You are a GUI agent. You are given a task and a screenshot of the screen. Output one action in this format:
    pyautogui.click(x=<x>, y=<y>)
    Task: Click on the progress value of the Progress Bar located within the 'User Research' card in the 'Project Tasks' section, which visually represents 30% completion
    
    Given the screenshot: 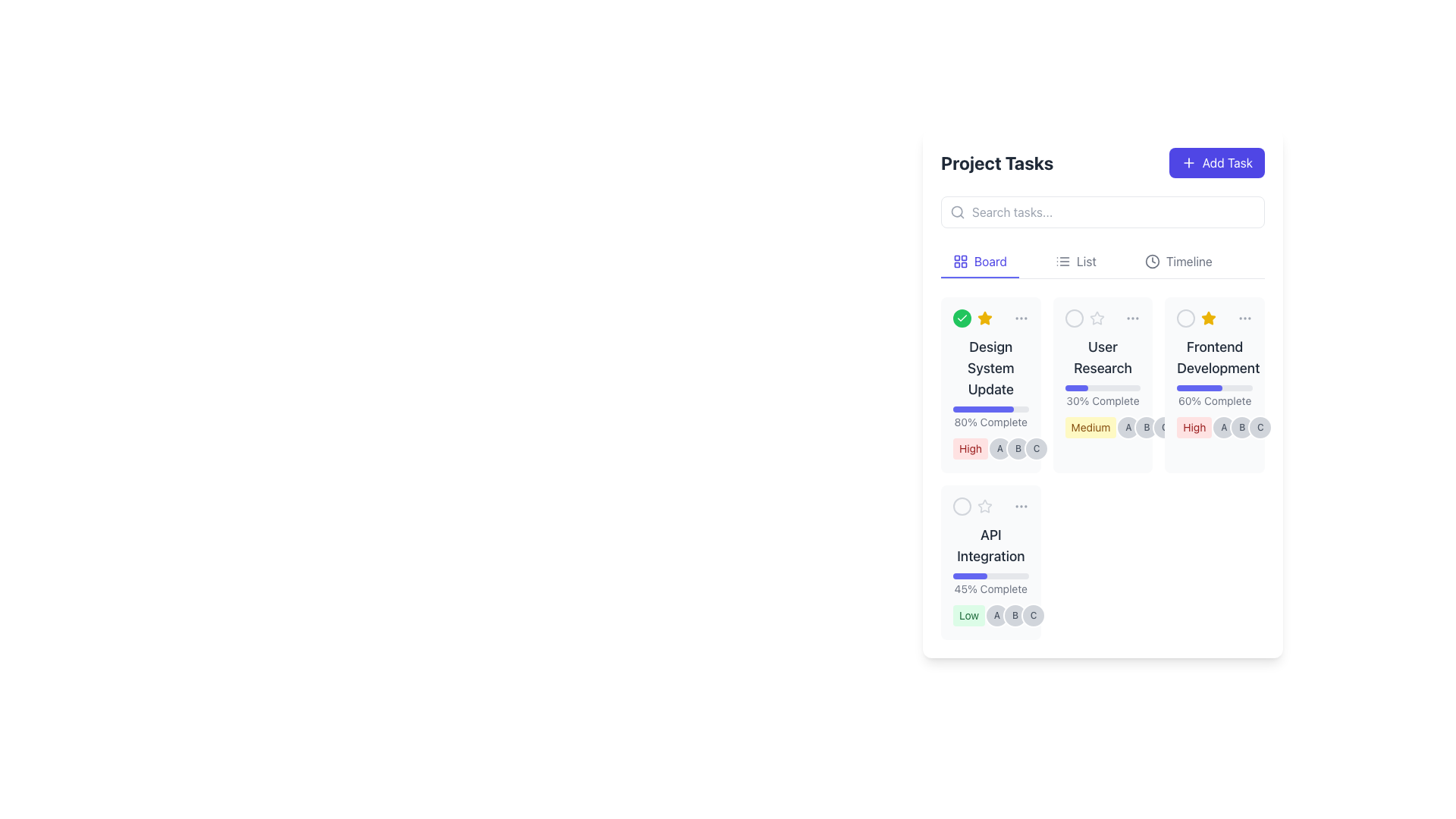 What is the action you would take?
    pyautogui.click(x=1103, y=388)
    